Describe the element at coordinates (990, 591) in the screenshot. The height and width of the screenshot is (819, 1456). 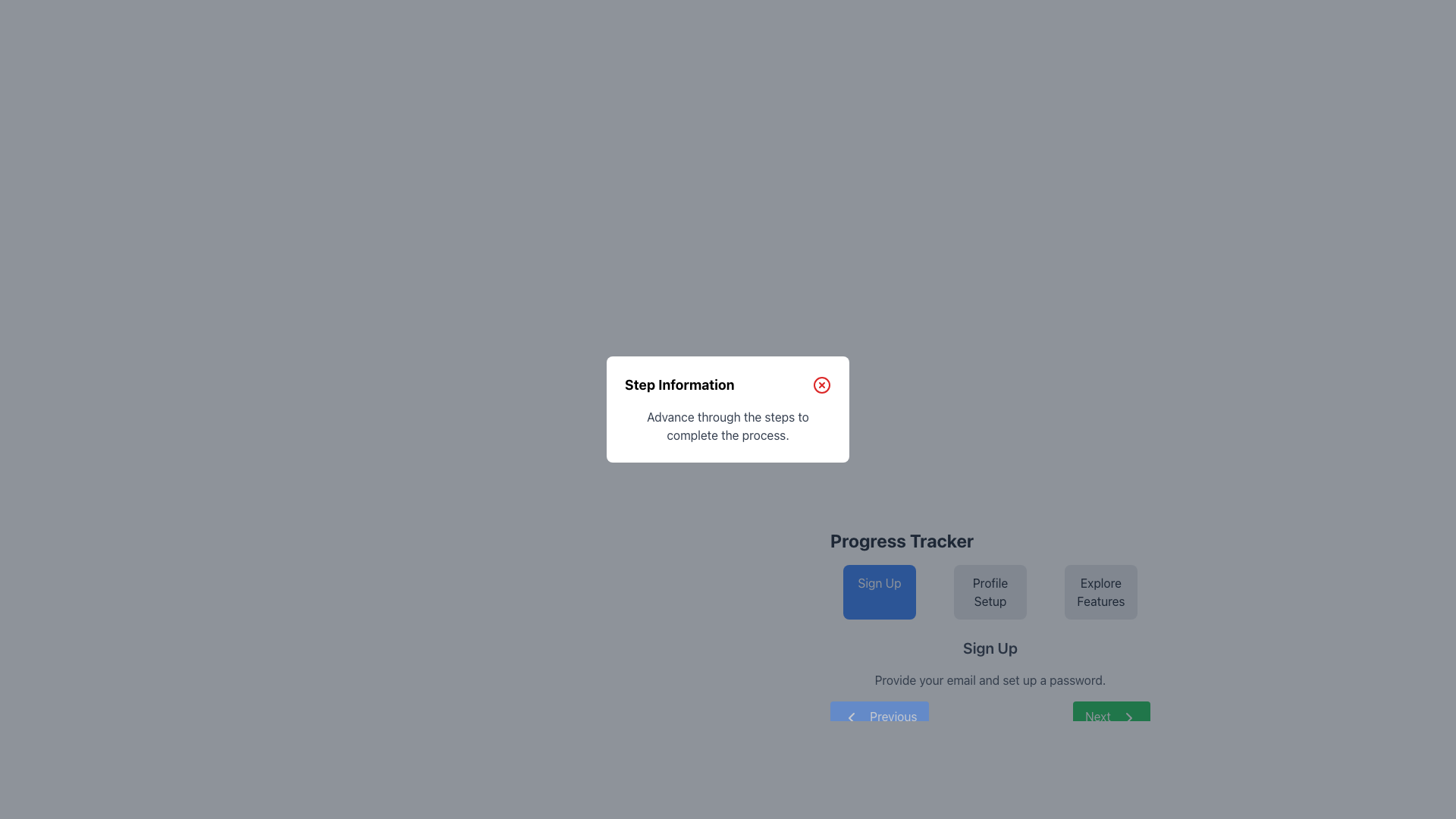
I see `the 'Profile Setup' button, which is the second button in a horizontal sequence of three, located to the right of 'Sign Up' and to the left of 'Explore Features', slightly below the 'Progress Tracker' text` at that location.